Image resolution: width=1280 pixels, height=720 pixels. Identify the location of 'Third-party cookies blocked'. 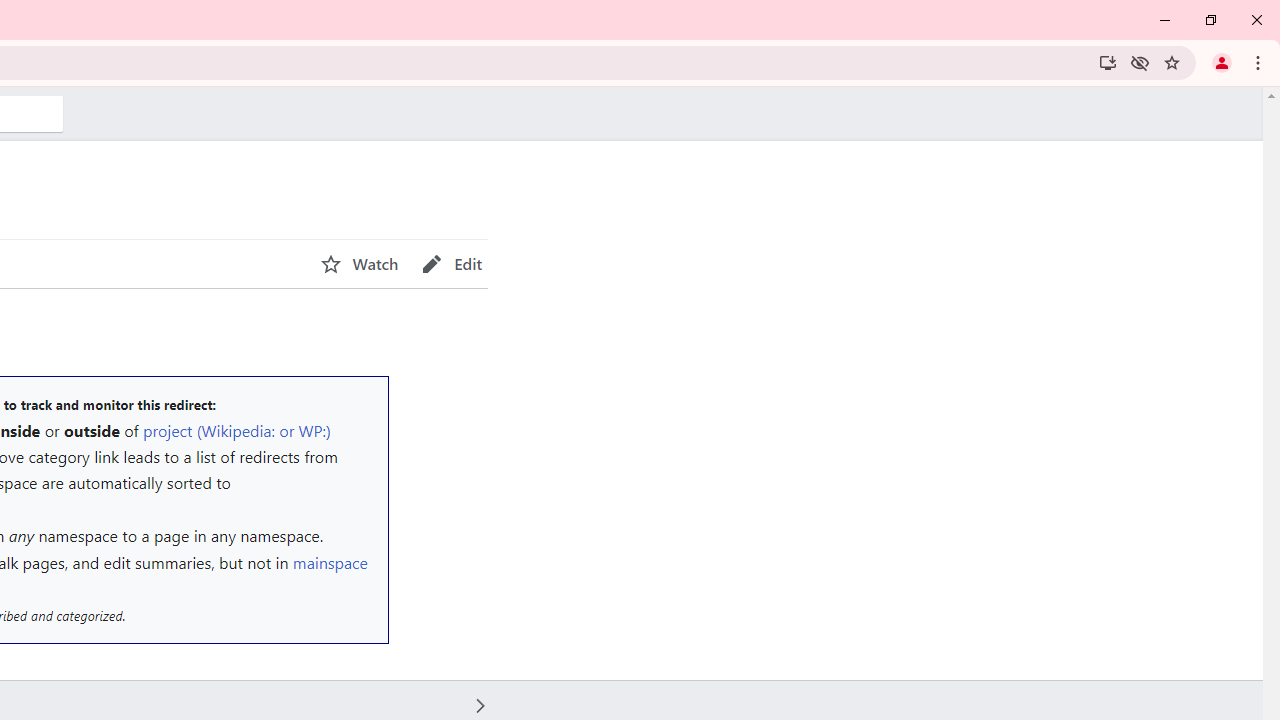
(1139, 61).